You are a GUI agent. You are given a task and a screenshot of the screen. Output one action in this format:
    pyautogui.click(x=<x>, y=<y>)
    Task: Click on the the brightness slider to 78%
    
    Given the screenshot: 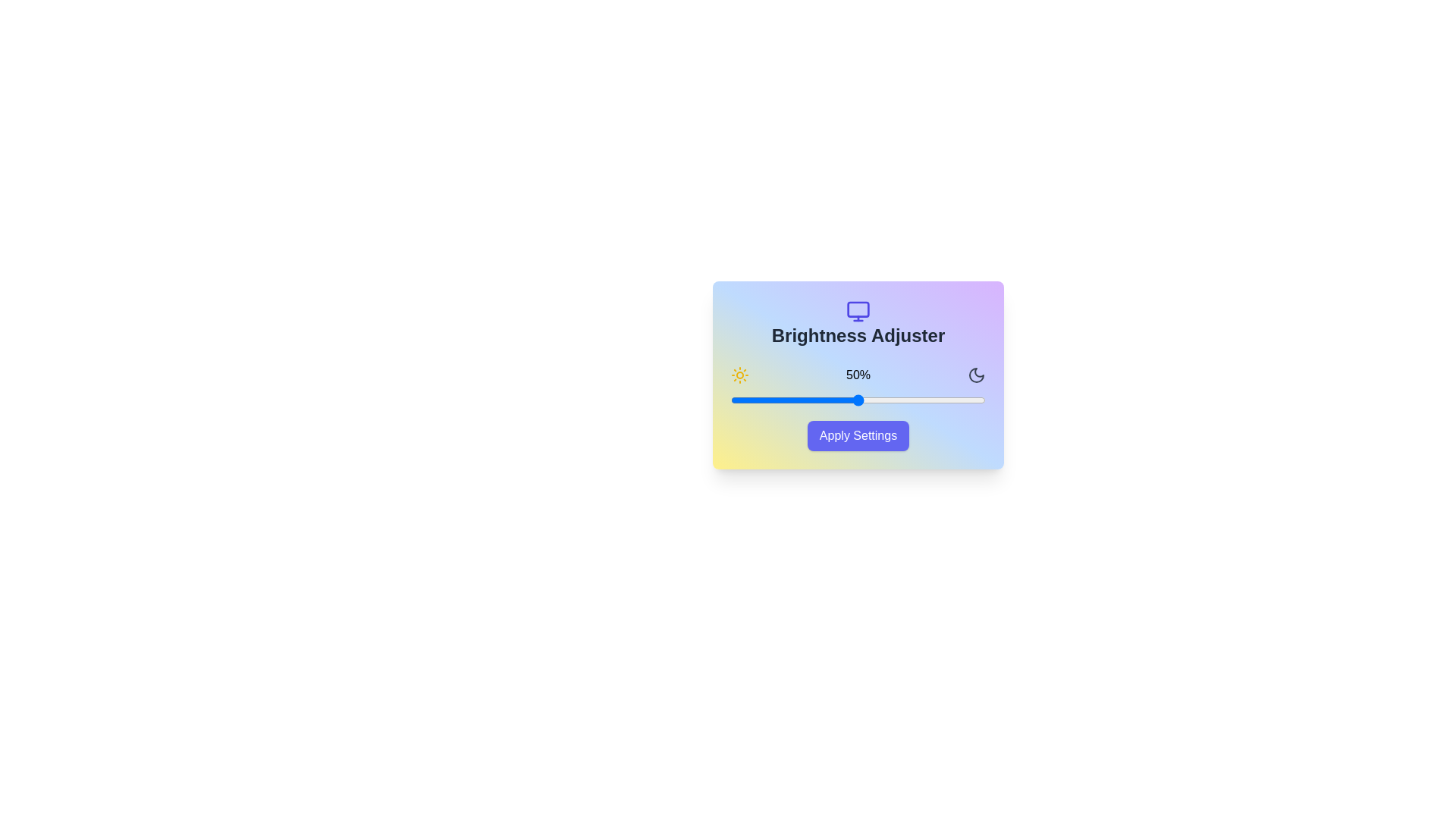 What is the action you would take?
    pyautogui.click(x=929, y=400)
    